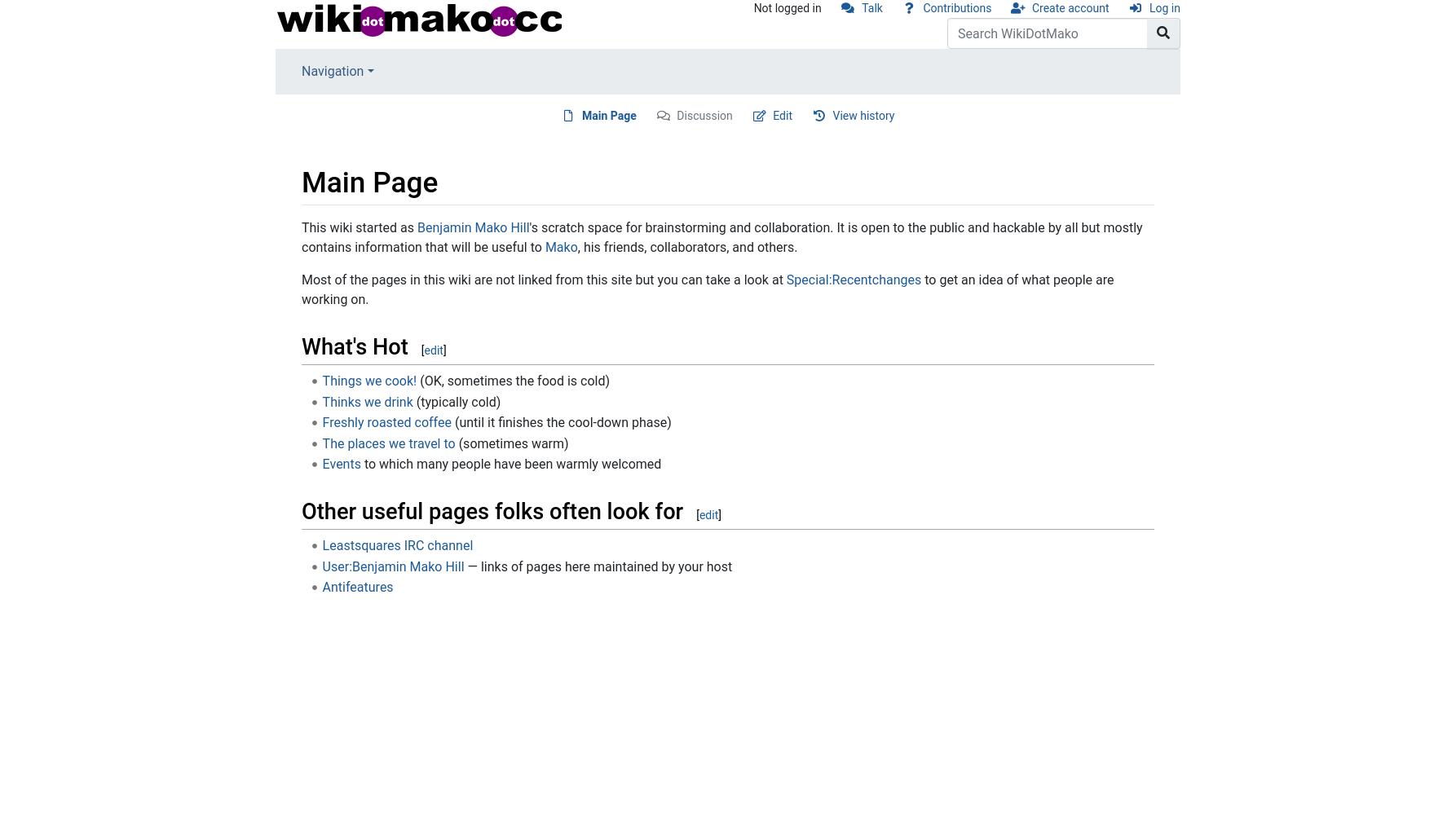 This screenshot has width=1456, height=815. Describe the element at coordinates (341, 463) in the screenshot. I see `'Events'` at that location.